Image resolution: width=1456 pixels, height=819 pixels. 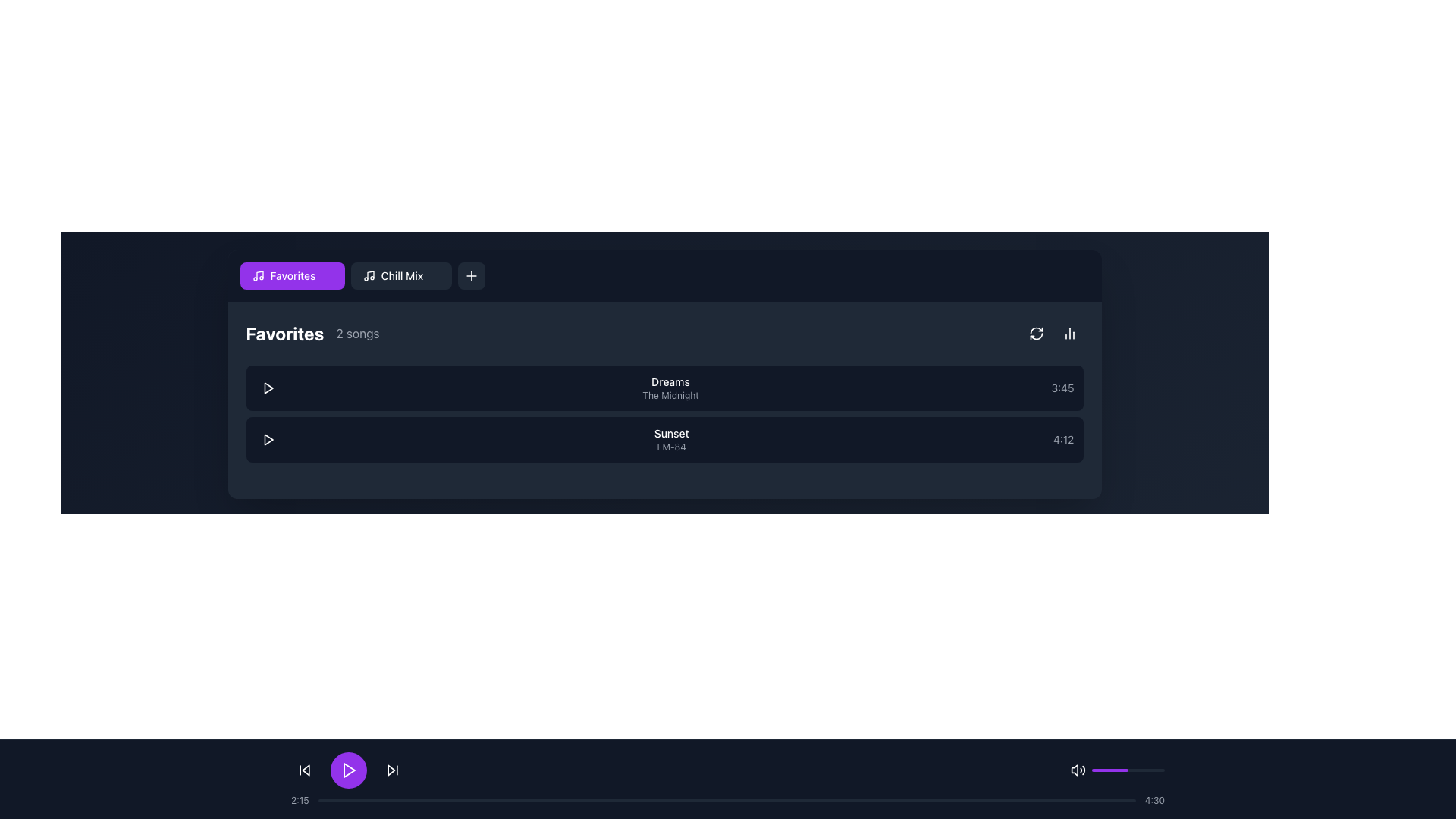 What do you see at coordinates (1111, 770) in the screenshot?
I see `slider position` at bounding box center [1111, 770].